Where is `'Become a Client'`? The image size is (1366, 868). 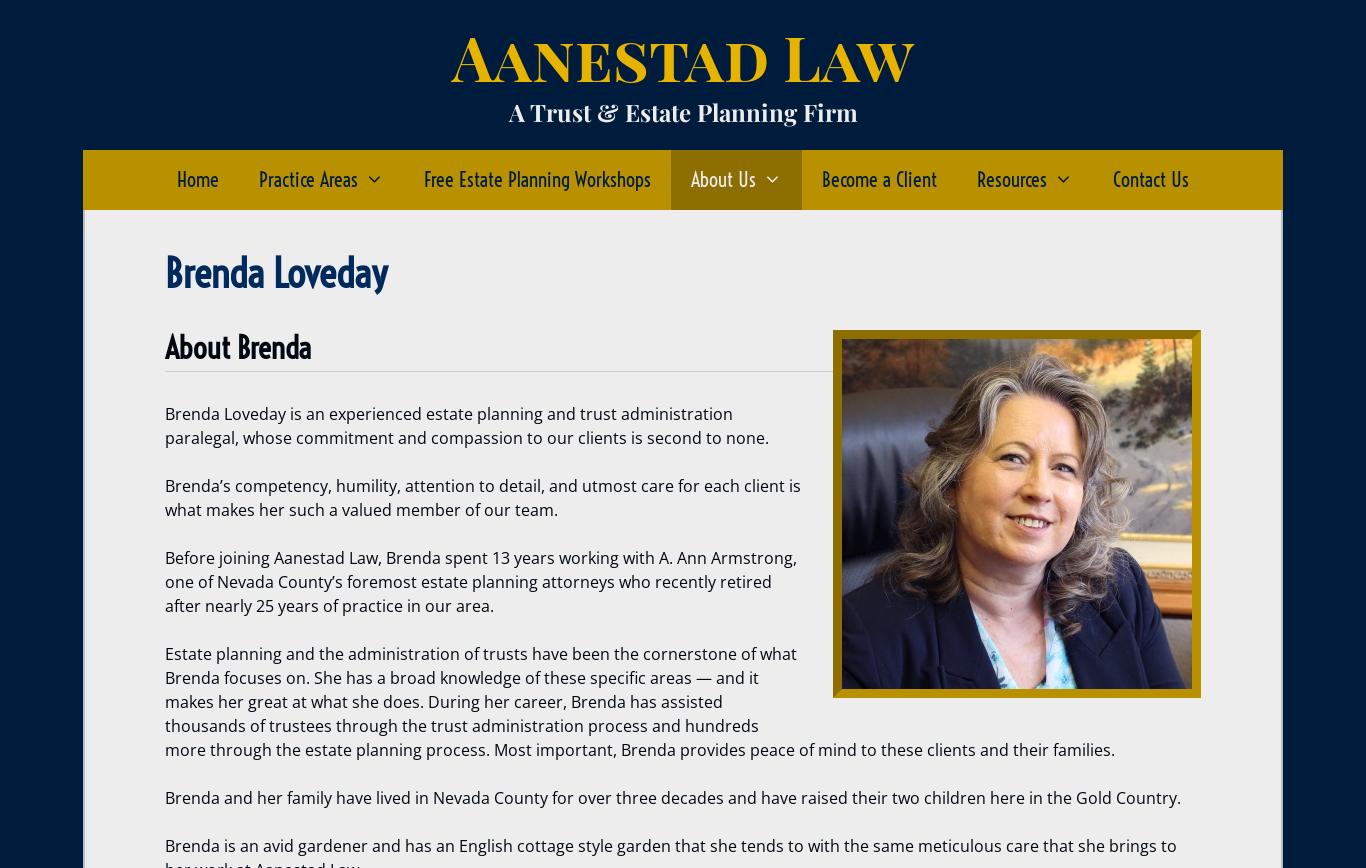 'Become a Client' is located at coordinates (821, 179).